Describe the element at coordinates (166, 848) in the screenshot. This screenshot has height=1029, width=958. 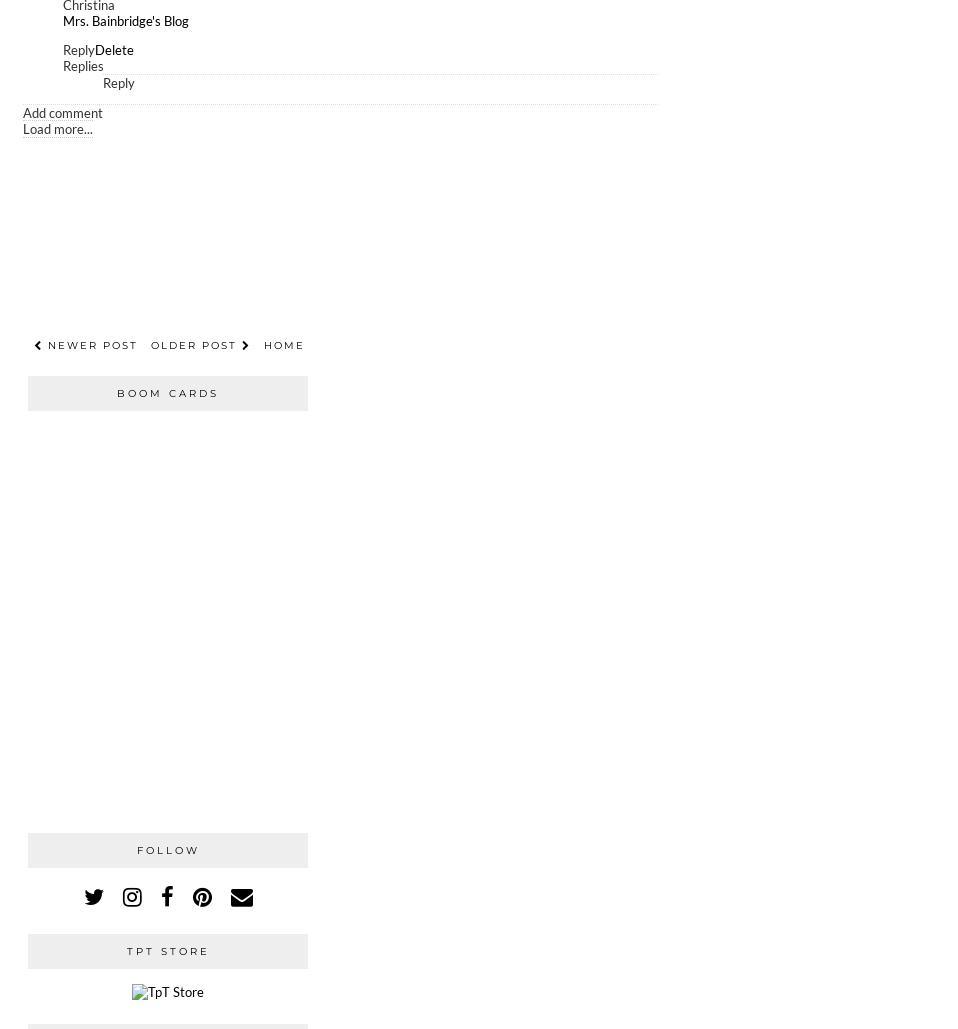
I see `'Follow'` at that location.